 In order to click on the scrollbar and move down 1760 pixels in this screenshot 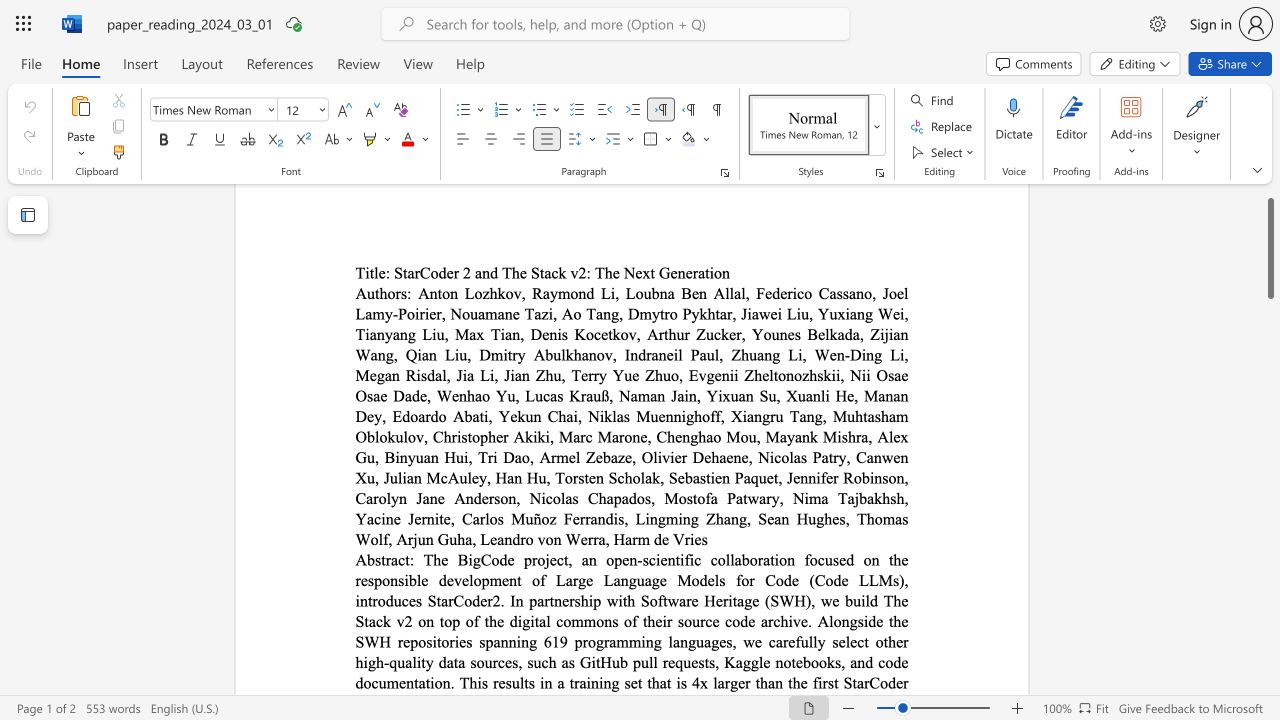, I will do `click(1269, 247)`.